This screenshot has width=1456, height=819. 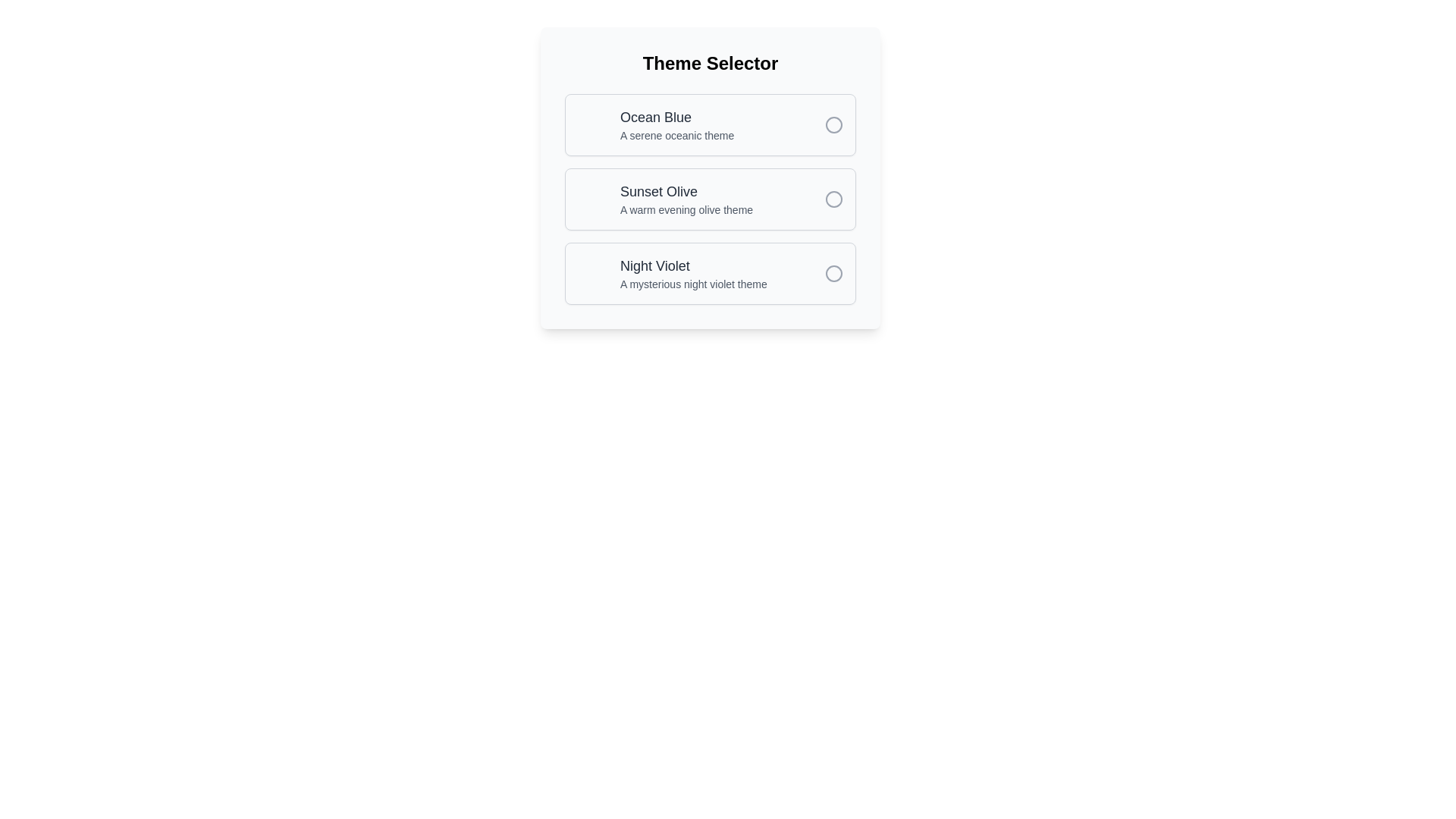 What do you see at coordinates (709, 177) in the screenshot?
I see `the second option in the 'Theme Selector' dialog box labeled 'Sunset Olive'` at bounding box center [709, 177].